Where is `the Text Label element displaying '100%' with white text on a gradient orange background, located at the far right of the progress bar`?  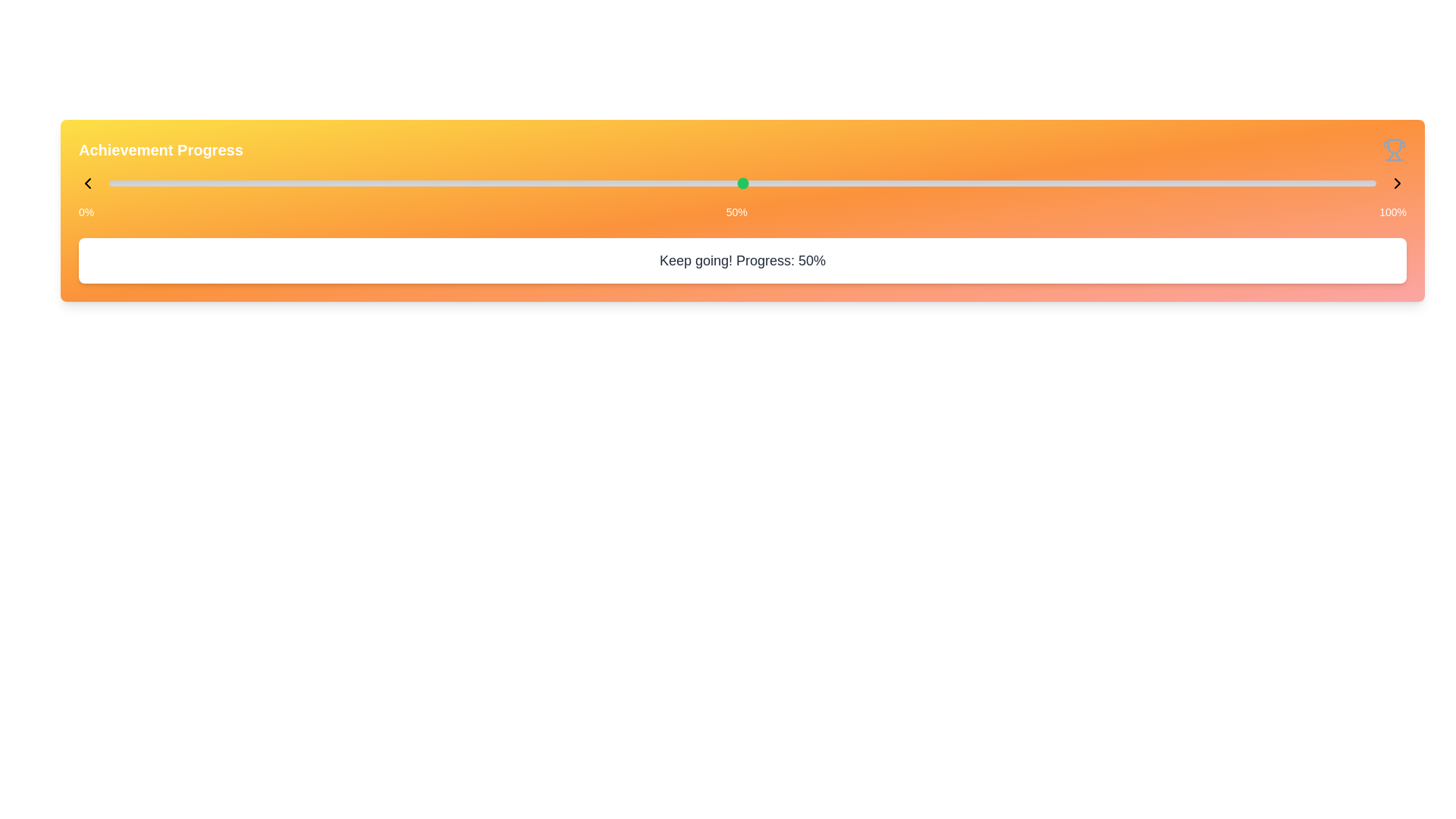 the Text Label element displaying '100%' with white text on a gradient orange background, located at the far right of the progress bar is located at coordinates (1393, 212).